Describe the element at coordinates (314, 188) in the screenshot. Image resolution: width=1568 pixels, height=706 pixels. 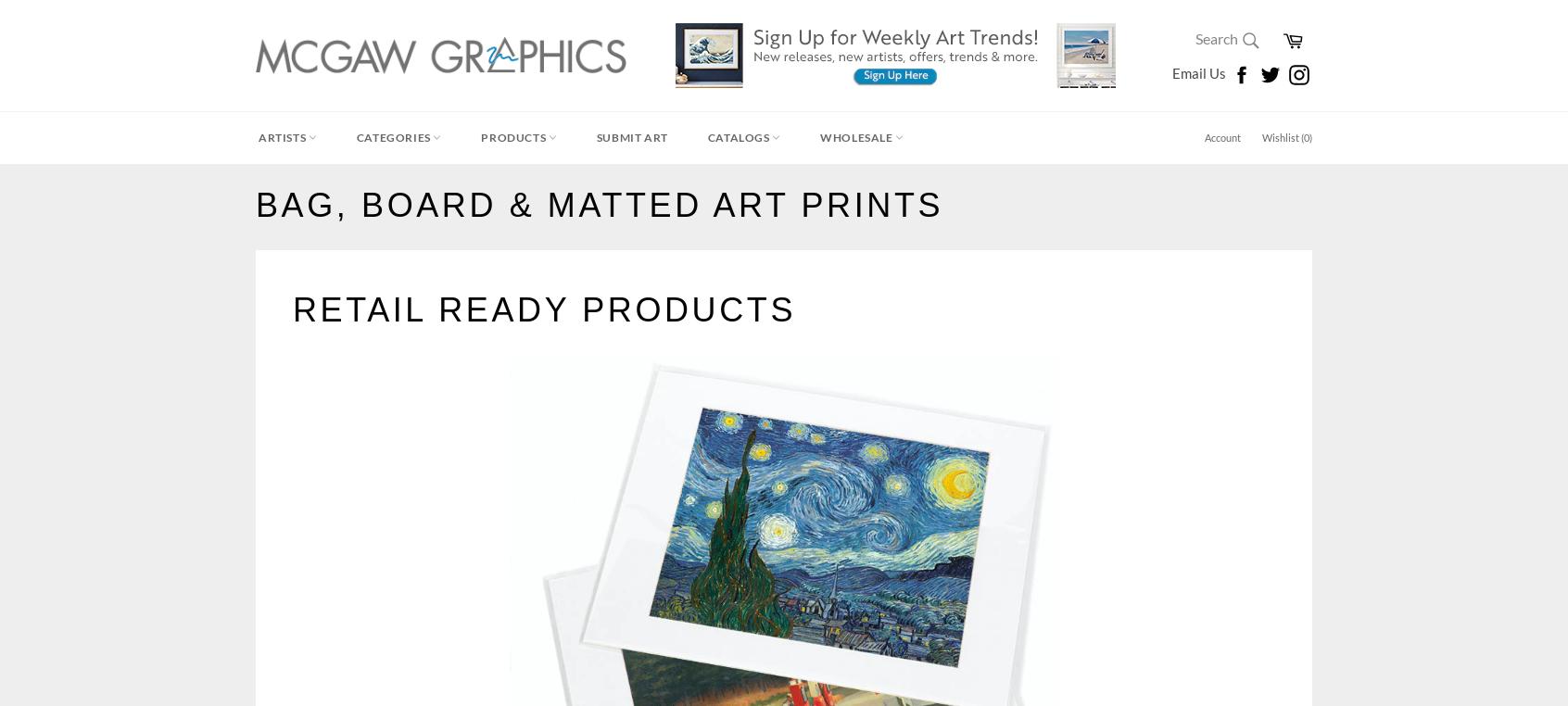
I see `'Dalton Brown, Alice'` at that location.